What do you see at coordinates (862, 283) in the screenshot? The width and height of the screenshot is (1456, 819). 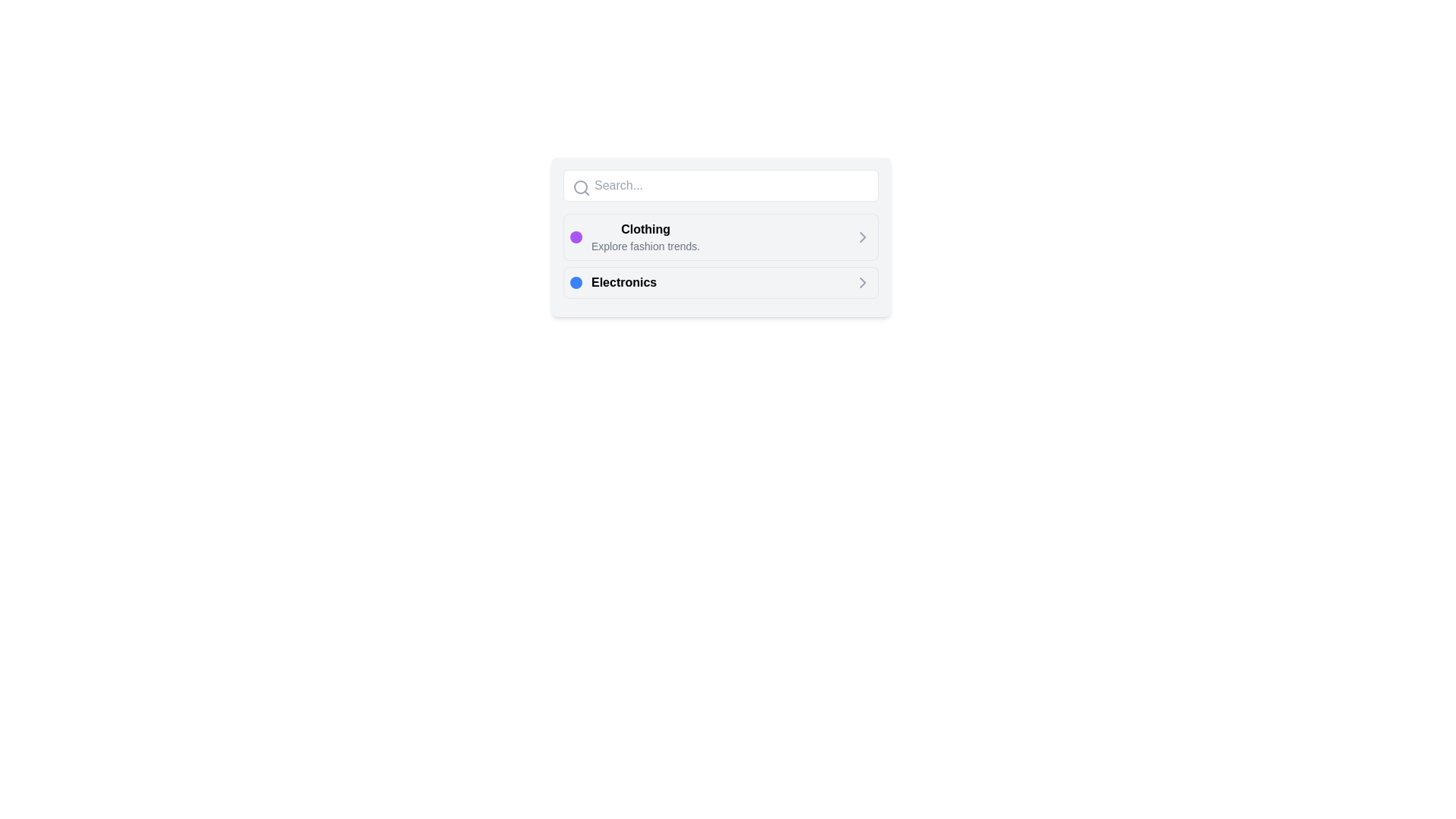 I see `the gray right-facing chevron icon located on the right side of the 'Electronics' panel` at bounding box center [862, 283].